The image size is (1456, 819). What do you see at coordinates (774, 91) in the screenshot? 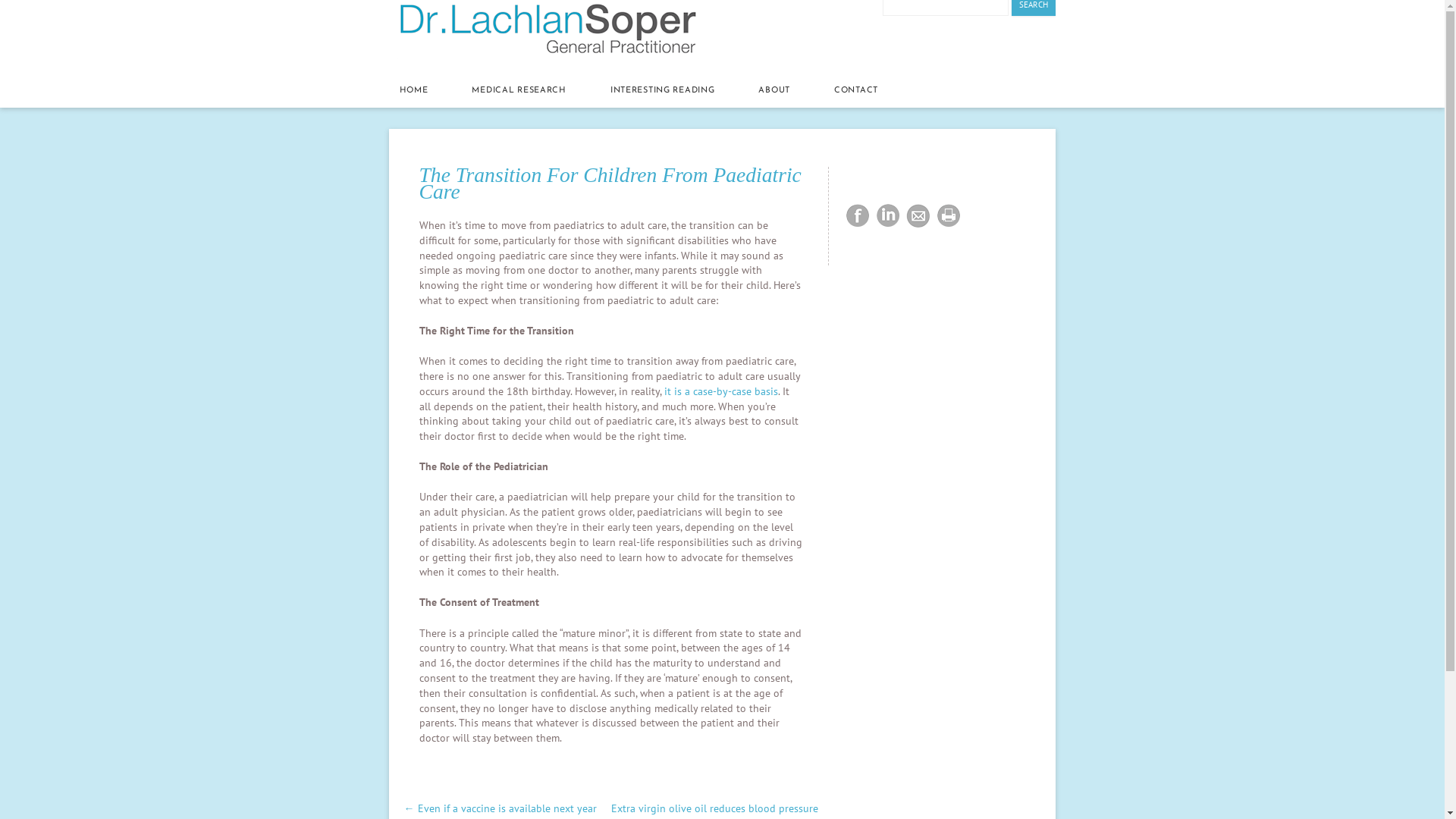
I see `'ABOUT'` at bounding box center [774, 91].